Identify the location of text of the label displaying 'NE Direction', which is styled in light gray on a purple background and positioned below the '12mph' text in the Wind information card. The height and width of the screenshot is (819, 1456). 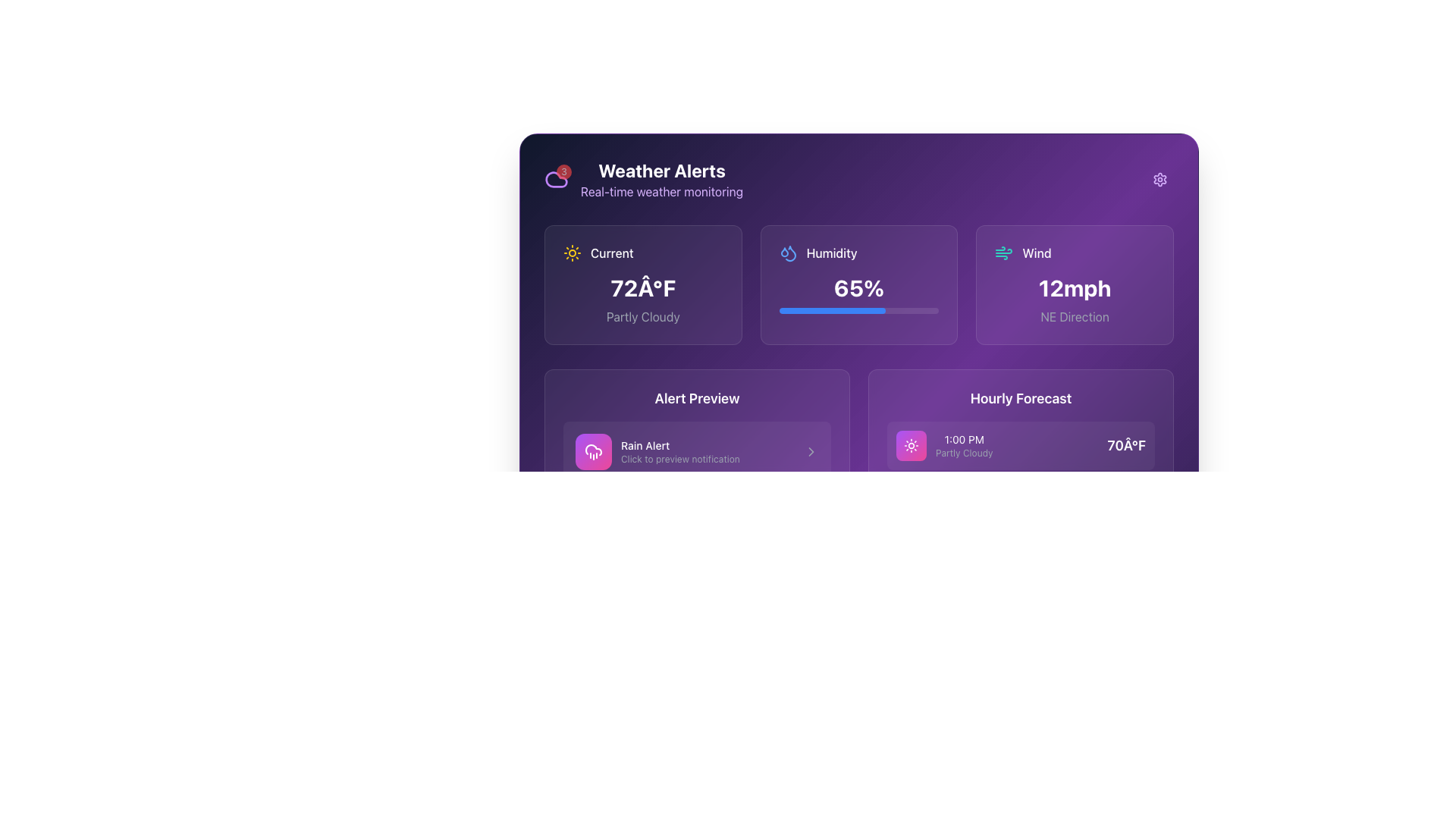
(1074, 315).